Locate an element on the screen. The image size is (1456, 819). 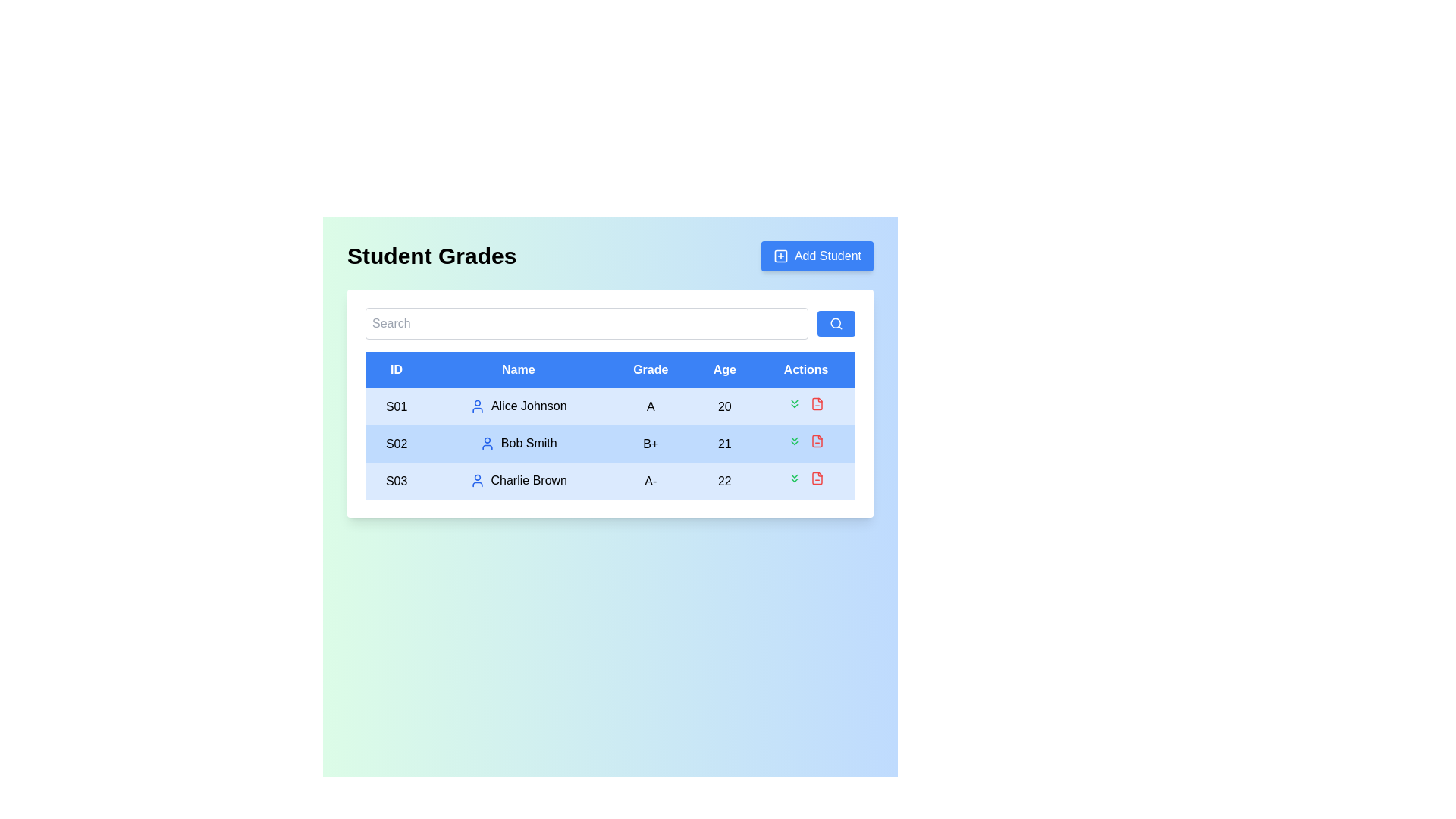
the rectangular button with a blue background labeled 'Add Student' is located at coordinates (816, 256).